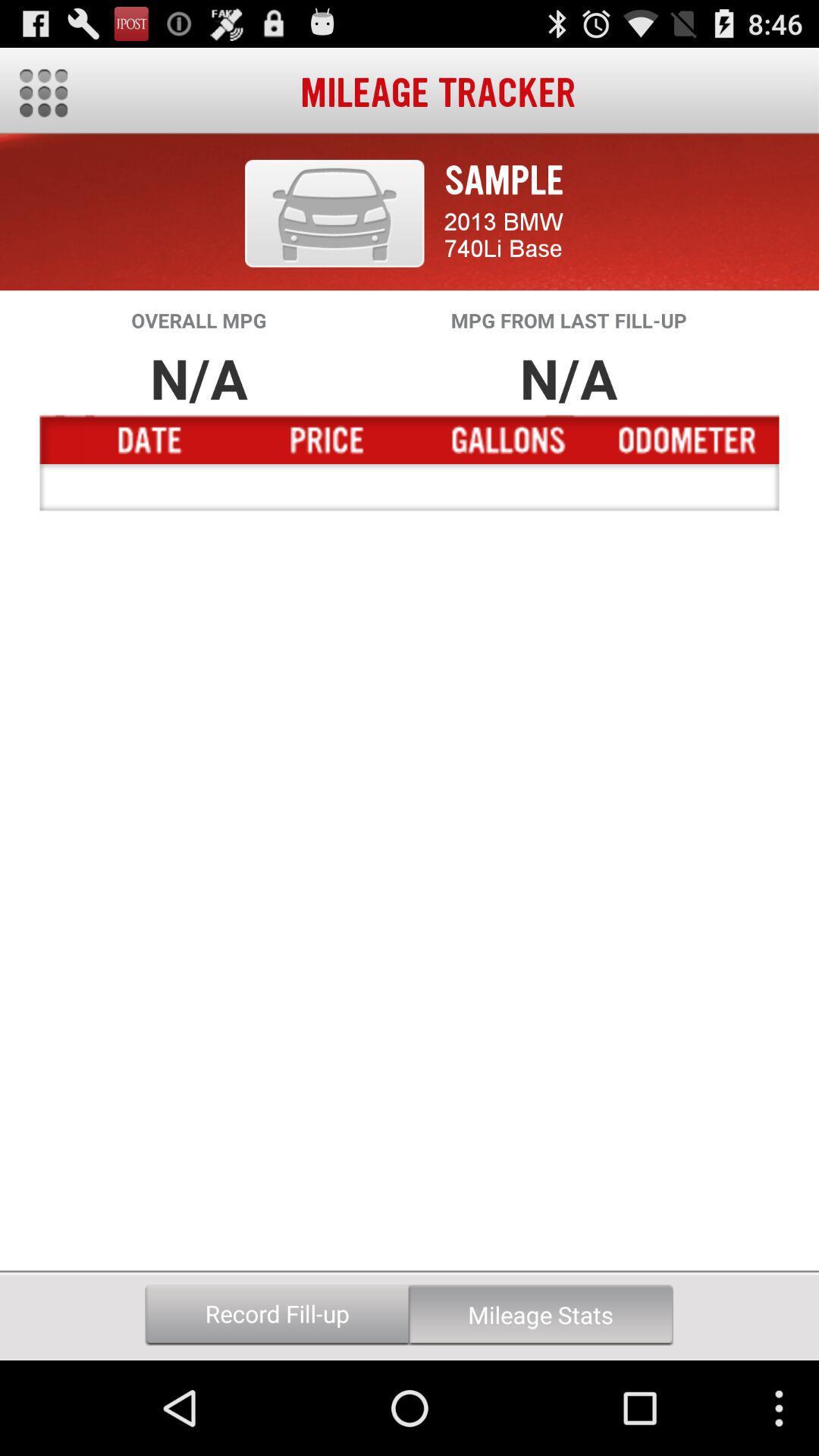 This screenshot has height=1456, width=819. Describe the element at coordinates (540, 1314) in the screenshot. I see `button next to record fill-up` at that location.